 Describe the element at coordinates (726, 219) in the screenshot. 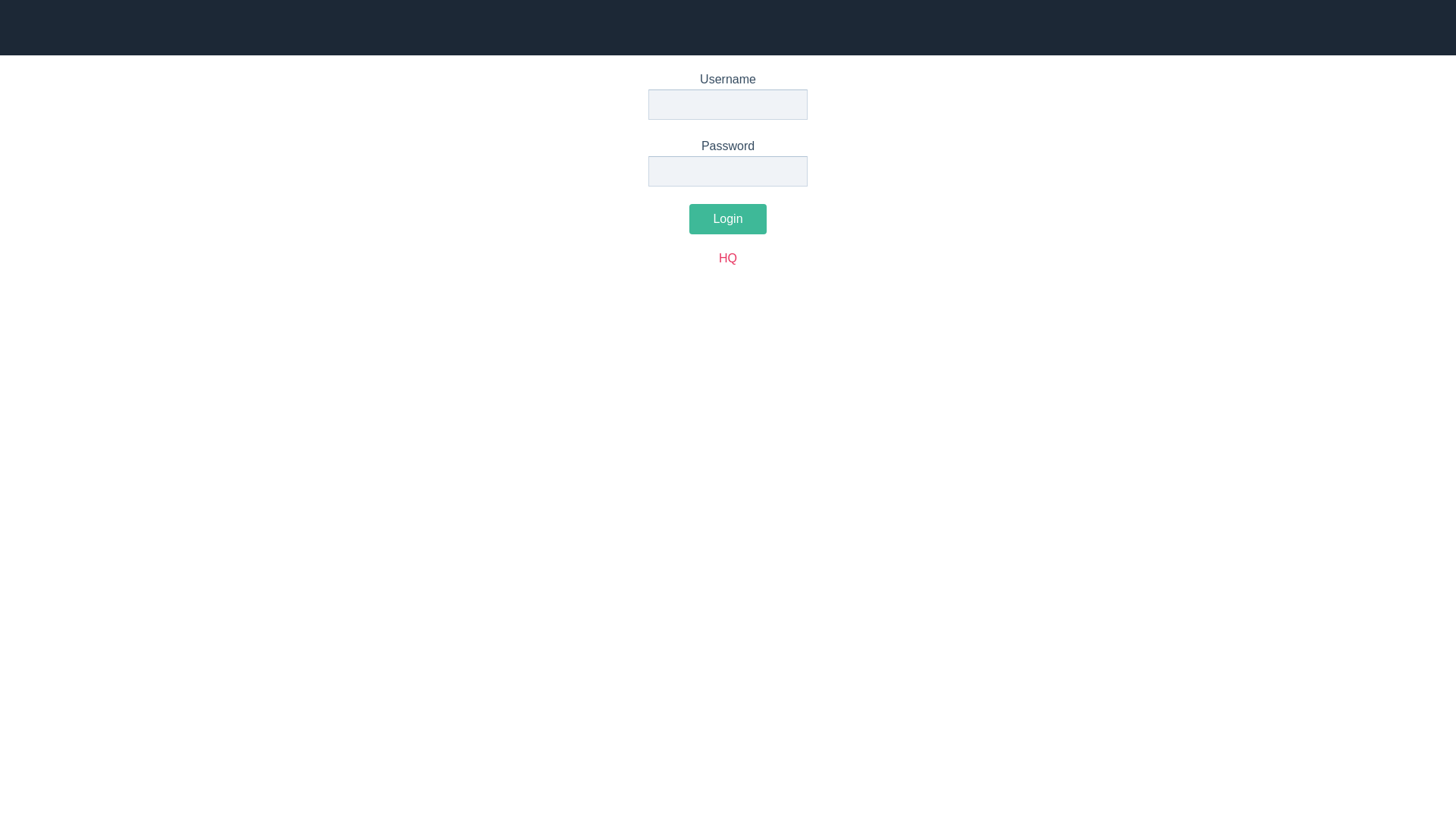

I see `'Login'` at that location.